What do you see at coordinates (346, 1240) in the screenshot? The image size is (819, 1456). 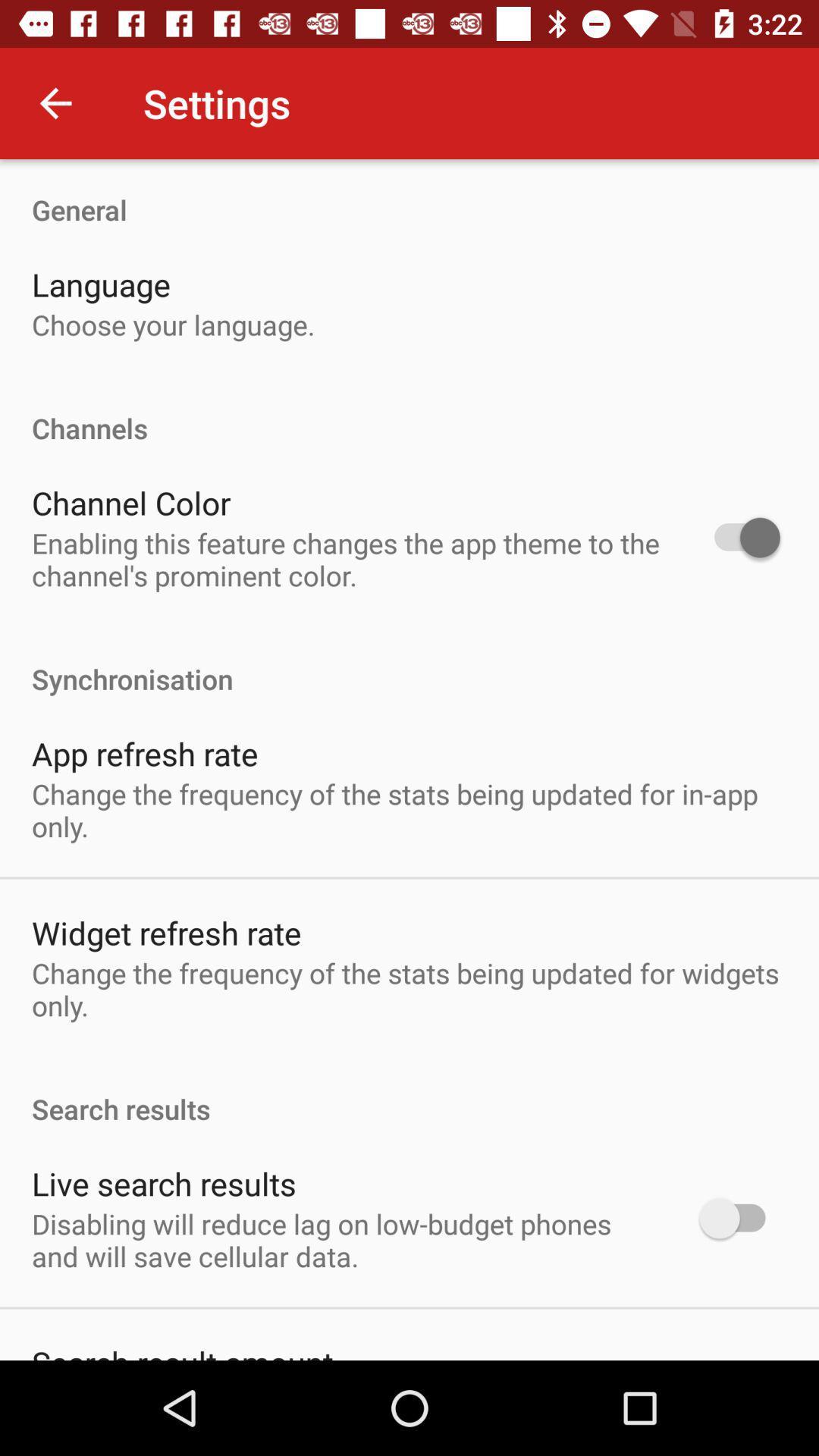 I see `the disabling will reduce` at bounding box center [346, 1240].